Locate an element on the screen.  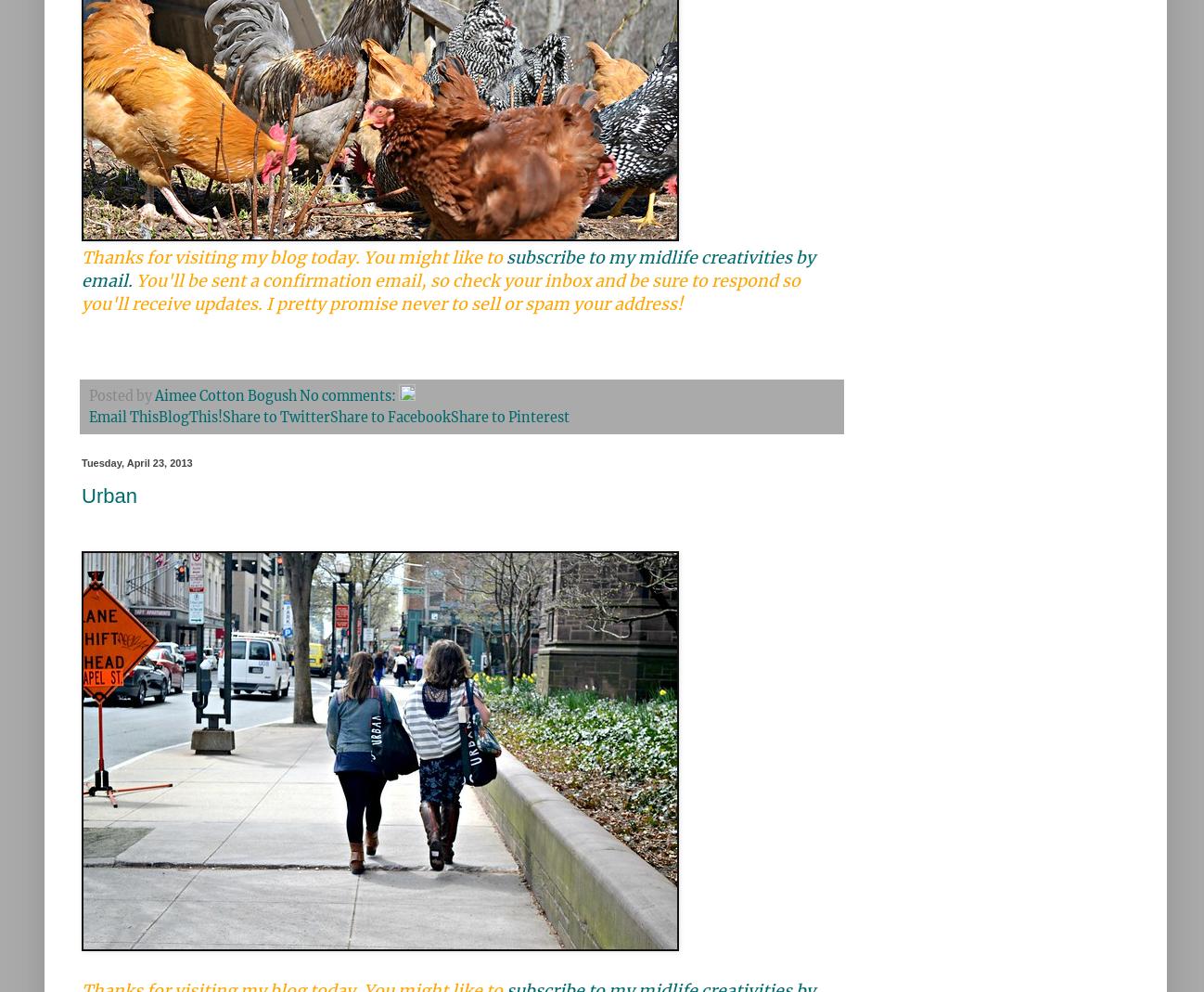
'Share to Twitter' is located at coordinates (275, 417).